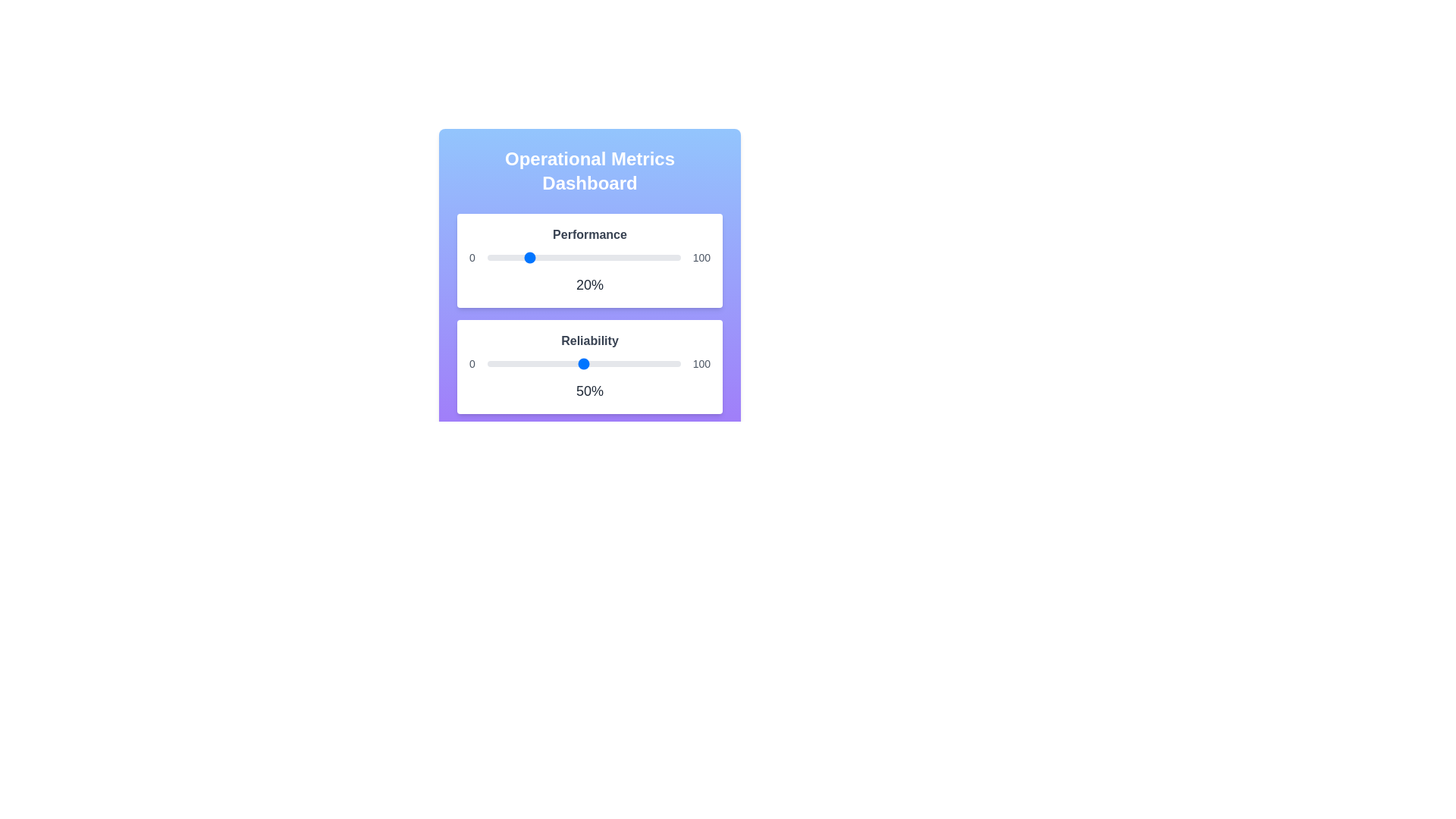 The image size is (1456, 819). I want to click on the reliability slider, so click(497, 363).